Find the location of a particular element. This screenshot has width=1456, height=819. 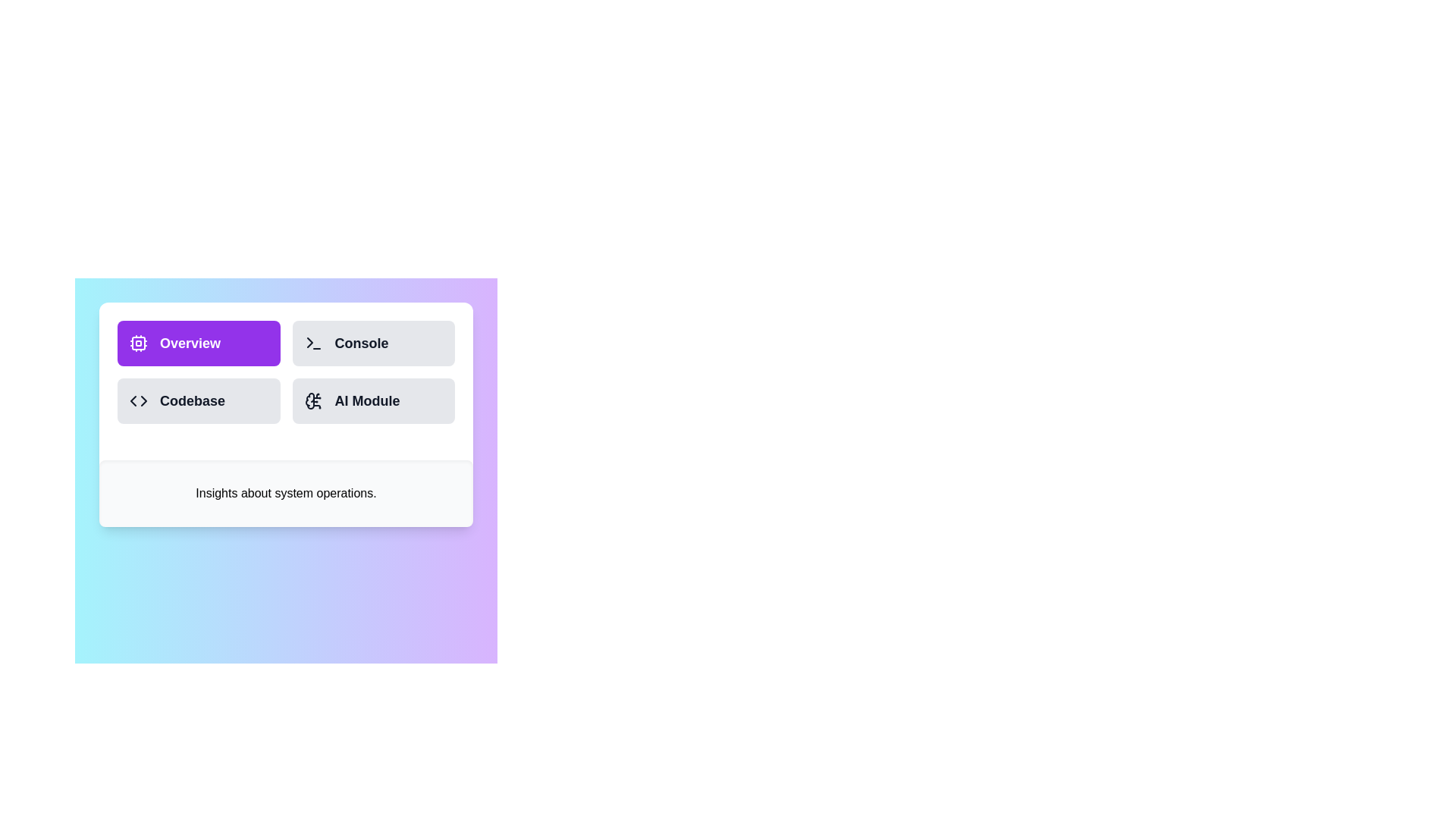

the menu option labeled 'Codebase' to view its content is located at coordinates (198, 400).